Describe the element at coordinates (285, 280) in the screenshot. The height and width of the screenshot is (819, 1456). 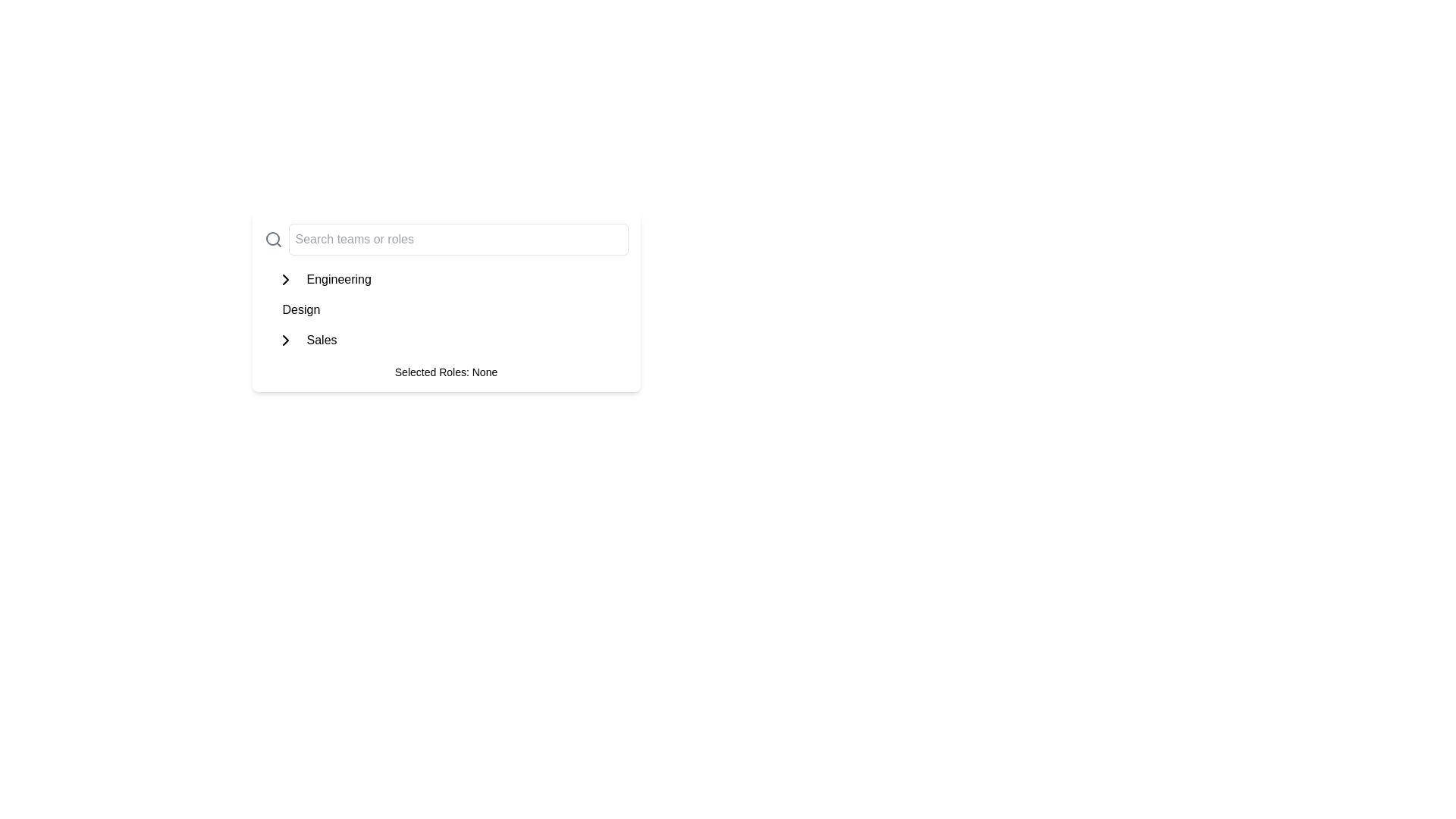
I see `the rightward-facing chevron icon adjacent to the 'Sales' item in the vertical list to trigger a tooltip or visual effect` at that location.